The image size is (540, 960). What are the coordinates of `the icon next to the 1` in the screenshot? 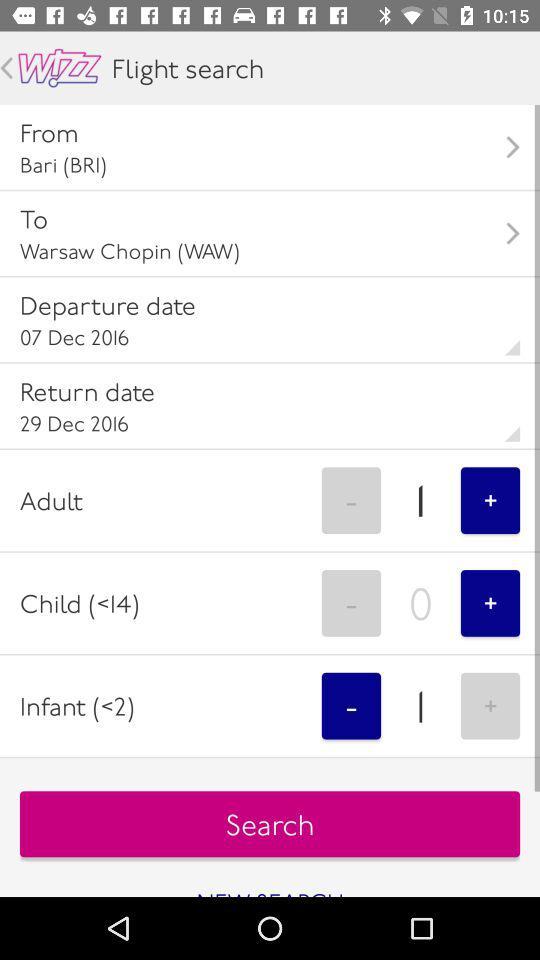 It's located at (489, 499).